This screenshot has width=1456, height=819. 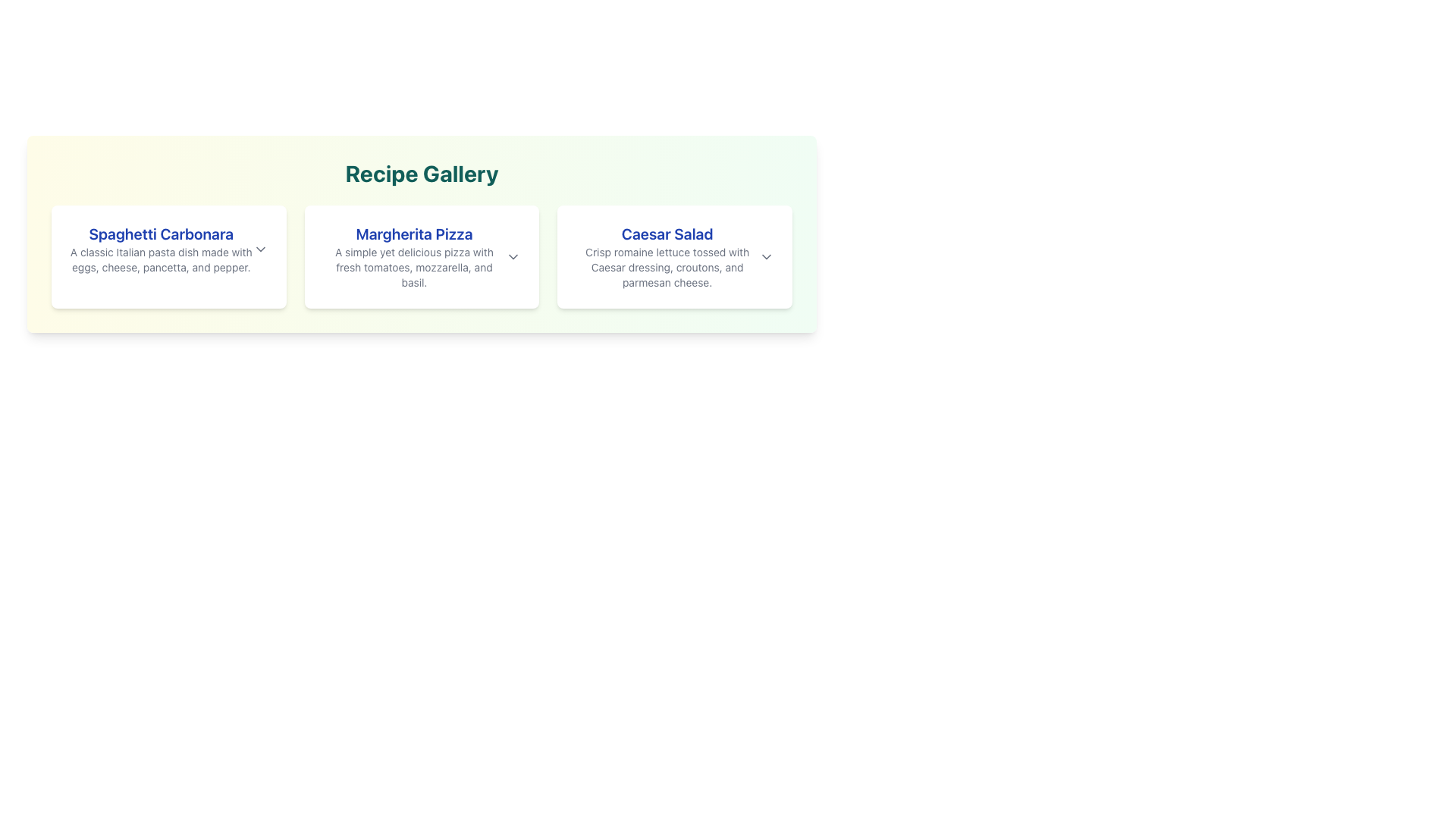 What do you see at coordinates (161, 234) in the screenshot?
I see `title text of the recipe card, which is positioned at the top-left corner of the card and provides the name of the dish being described` at bounding box center [161, 234].